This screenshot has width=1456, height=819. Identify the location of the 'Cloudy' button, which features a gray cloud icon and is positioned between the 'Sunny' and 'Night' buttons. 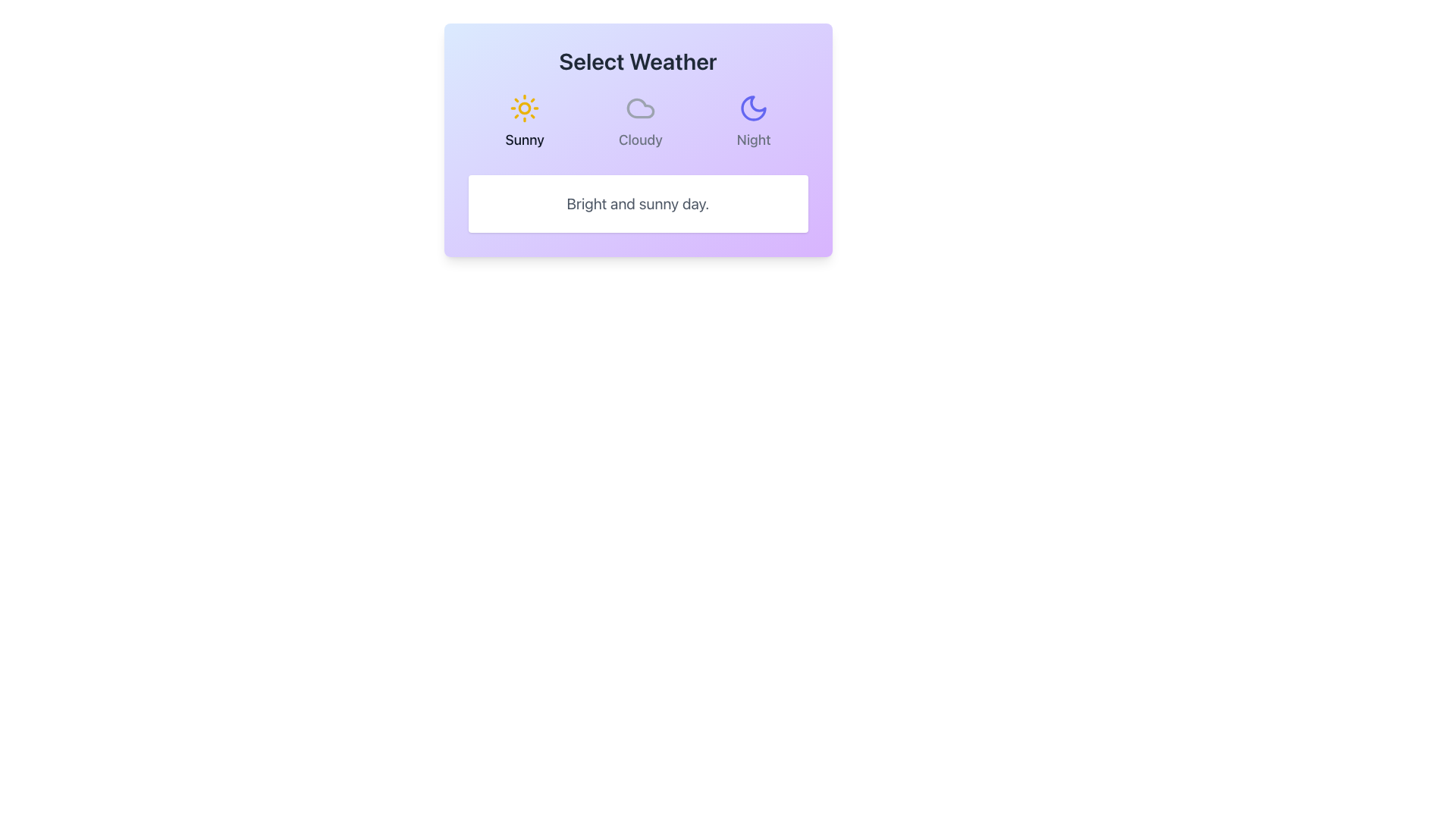
(640, 121).